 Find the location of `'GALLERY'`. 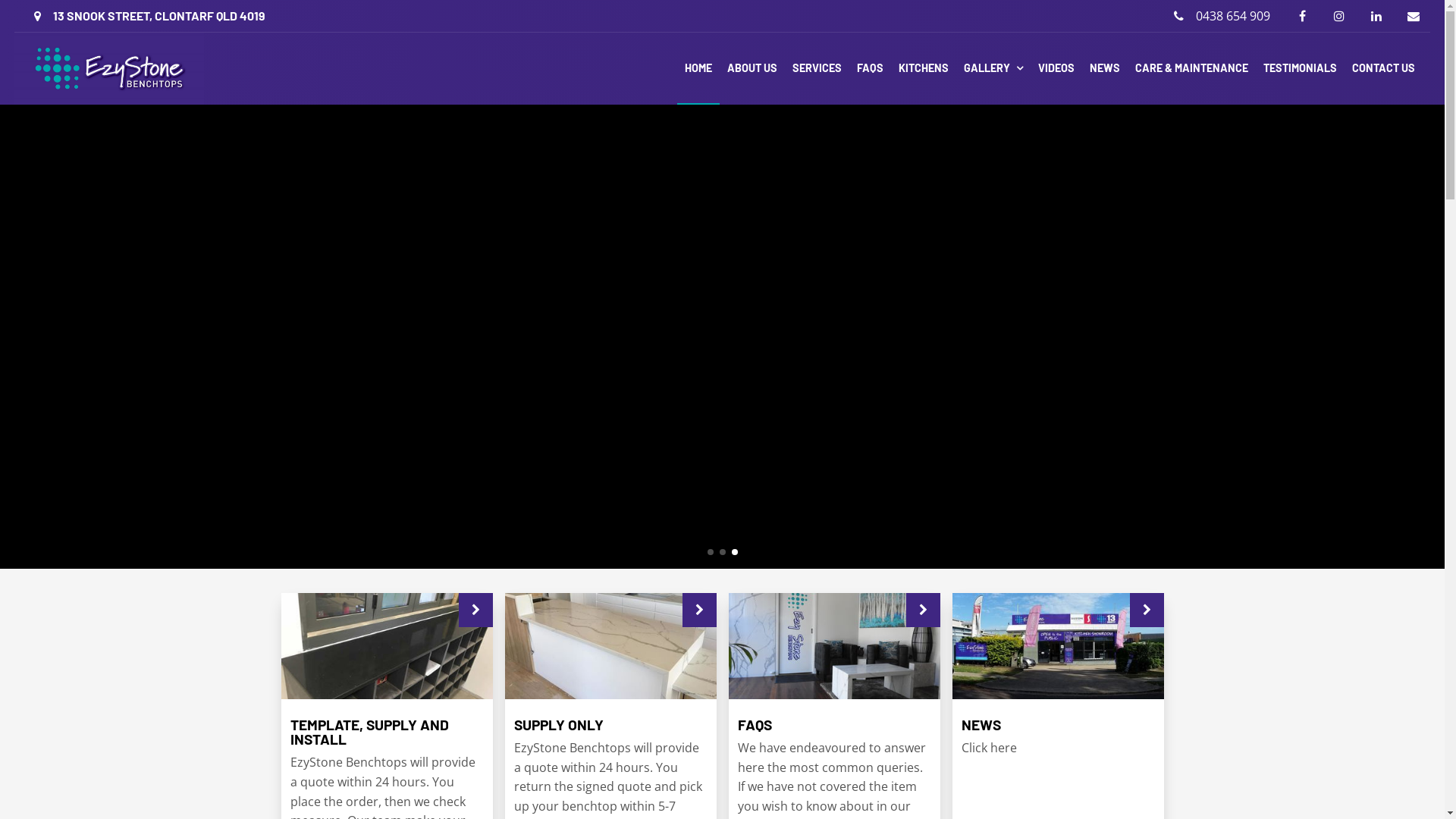

'GALLERY' is located at coordinates (955, 68).